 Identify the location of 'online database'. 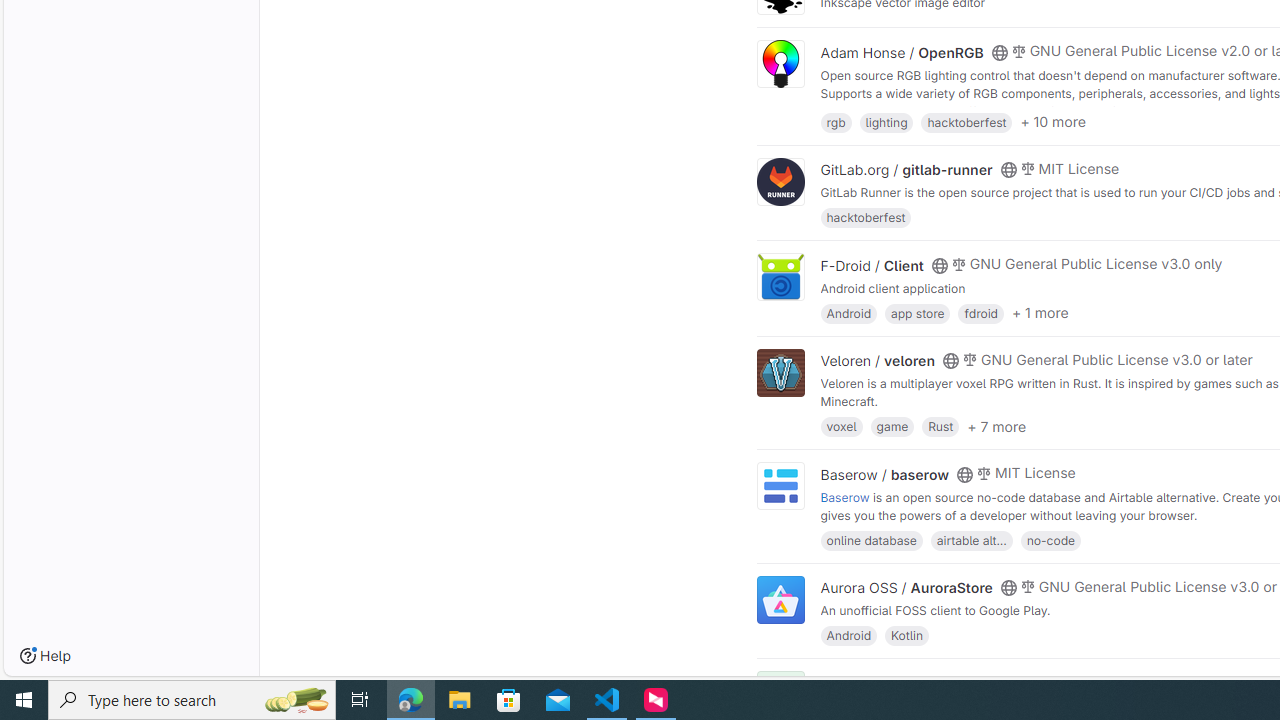
(871, 538).